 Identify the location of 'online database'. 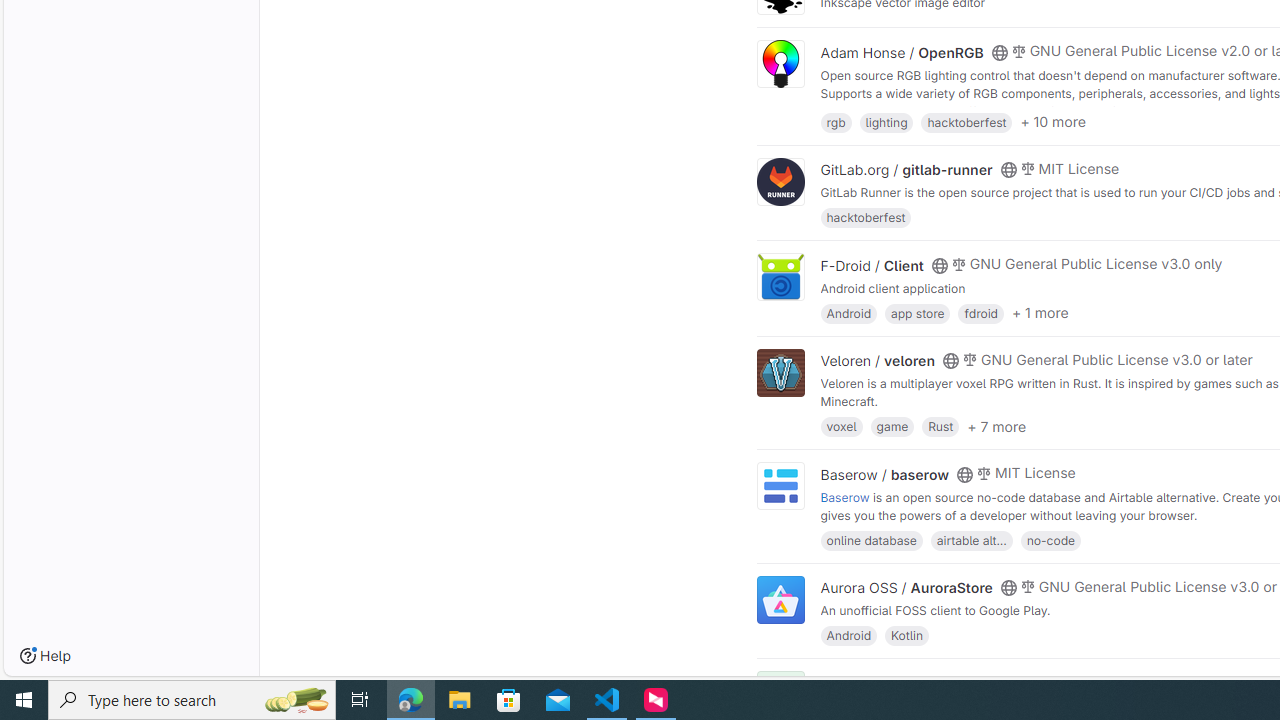
(871, 538).